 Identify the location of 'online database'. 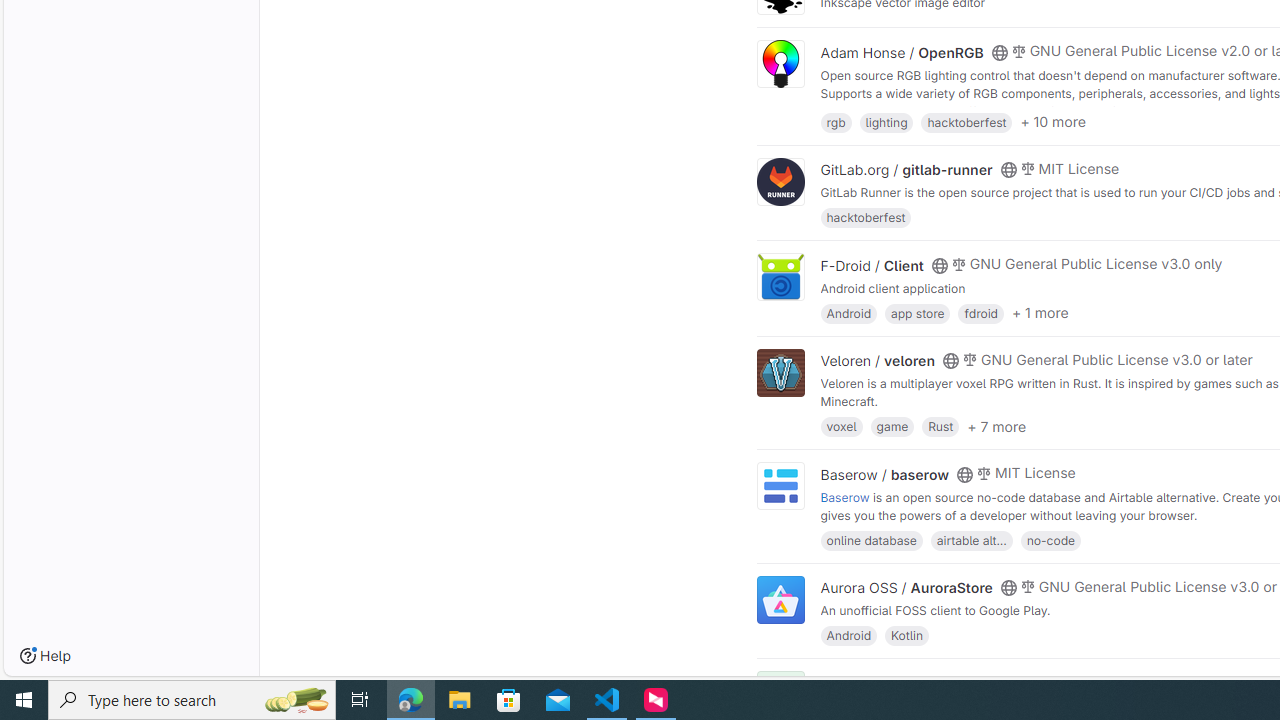
(871, 538).